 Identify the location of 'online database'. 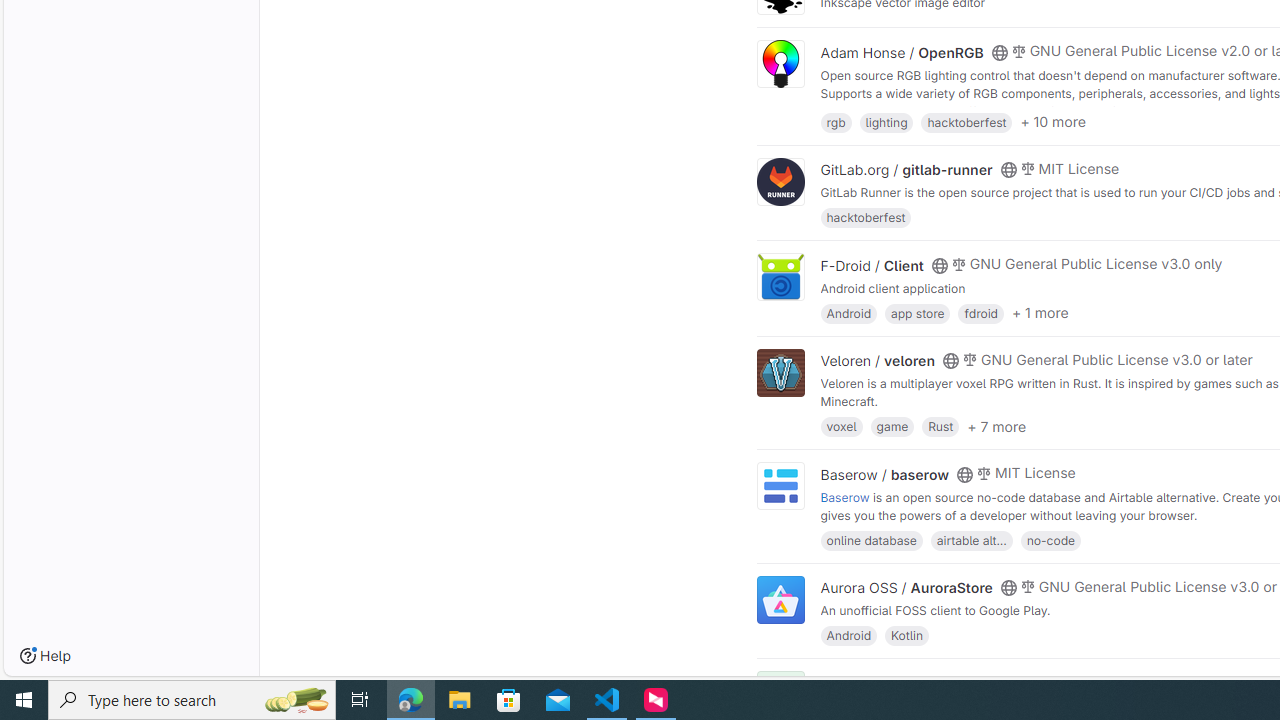
(871, 538).